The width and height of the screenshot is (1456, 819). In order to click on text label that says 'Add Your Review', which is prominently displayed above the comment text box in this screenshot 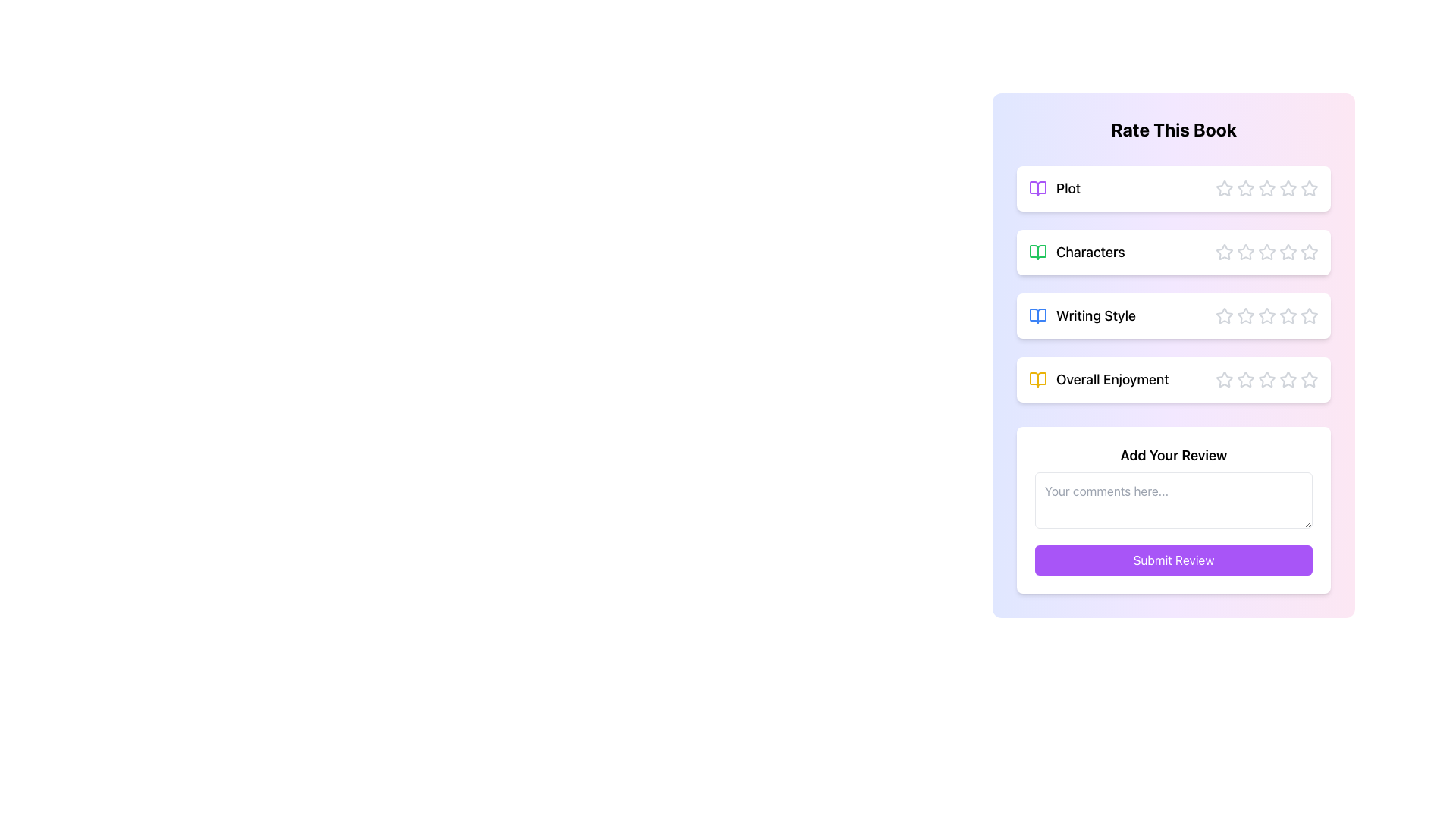, I will do `click(1173, 455)`.